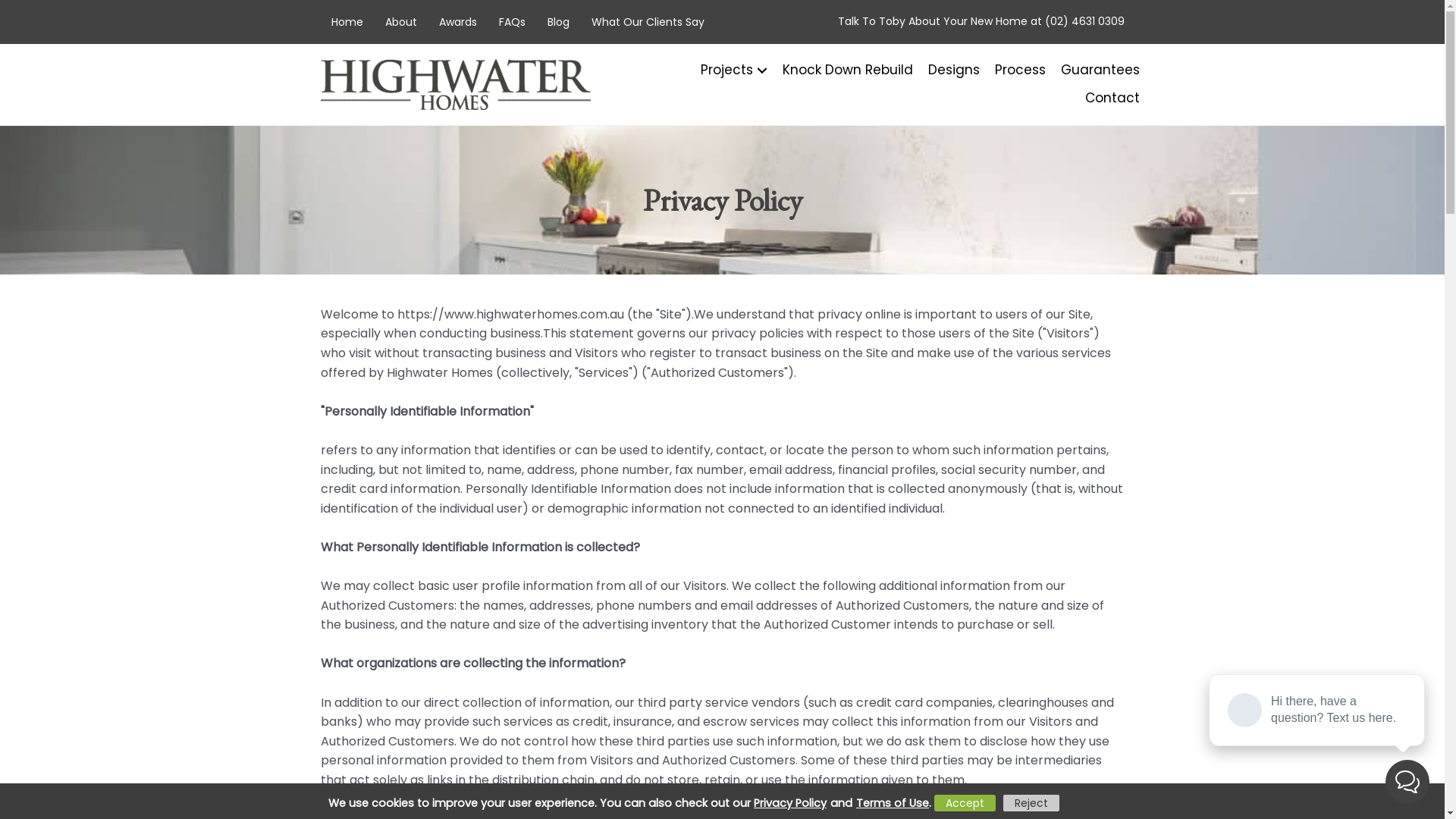 The width and height of the screenshot is (1456, 819). What do you see at coordinates (345, 22) in the screenshot?
I see `'Home'` at bounding box center [345, 22].